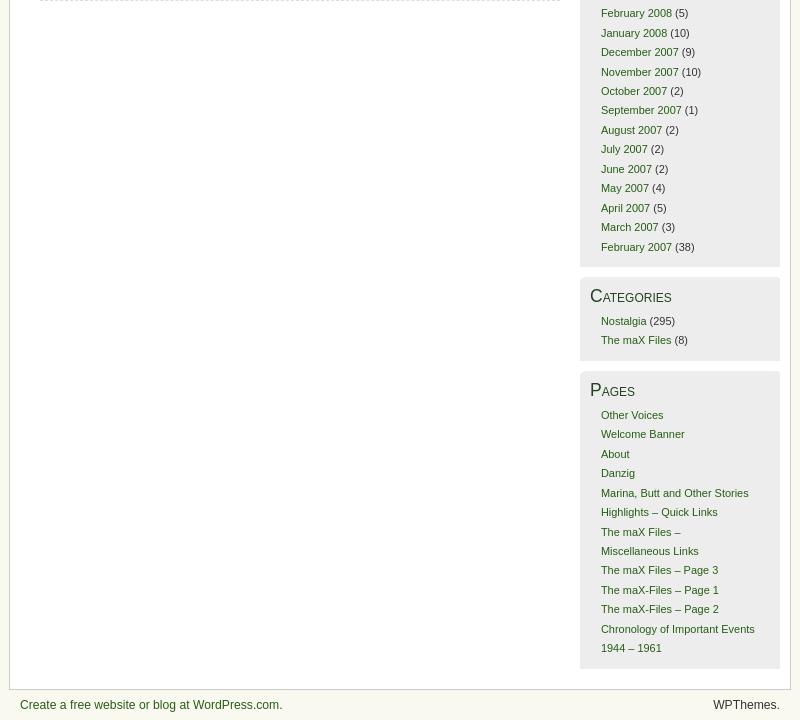  I want to click on 'The maX Files – Page 3', so click(657, 570).